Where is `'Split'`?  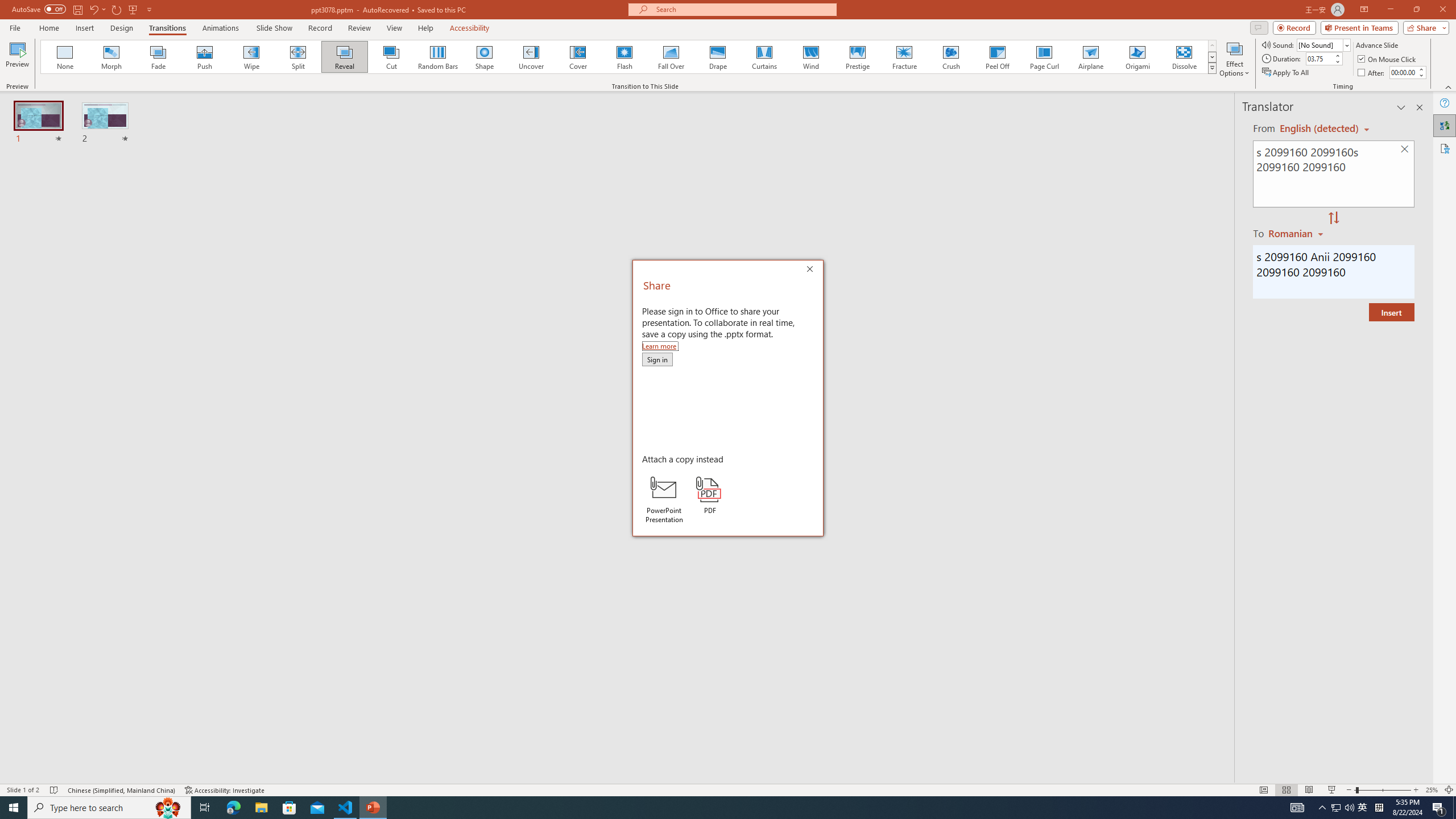 'Split' is located at coordinates (297, 56).